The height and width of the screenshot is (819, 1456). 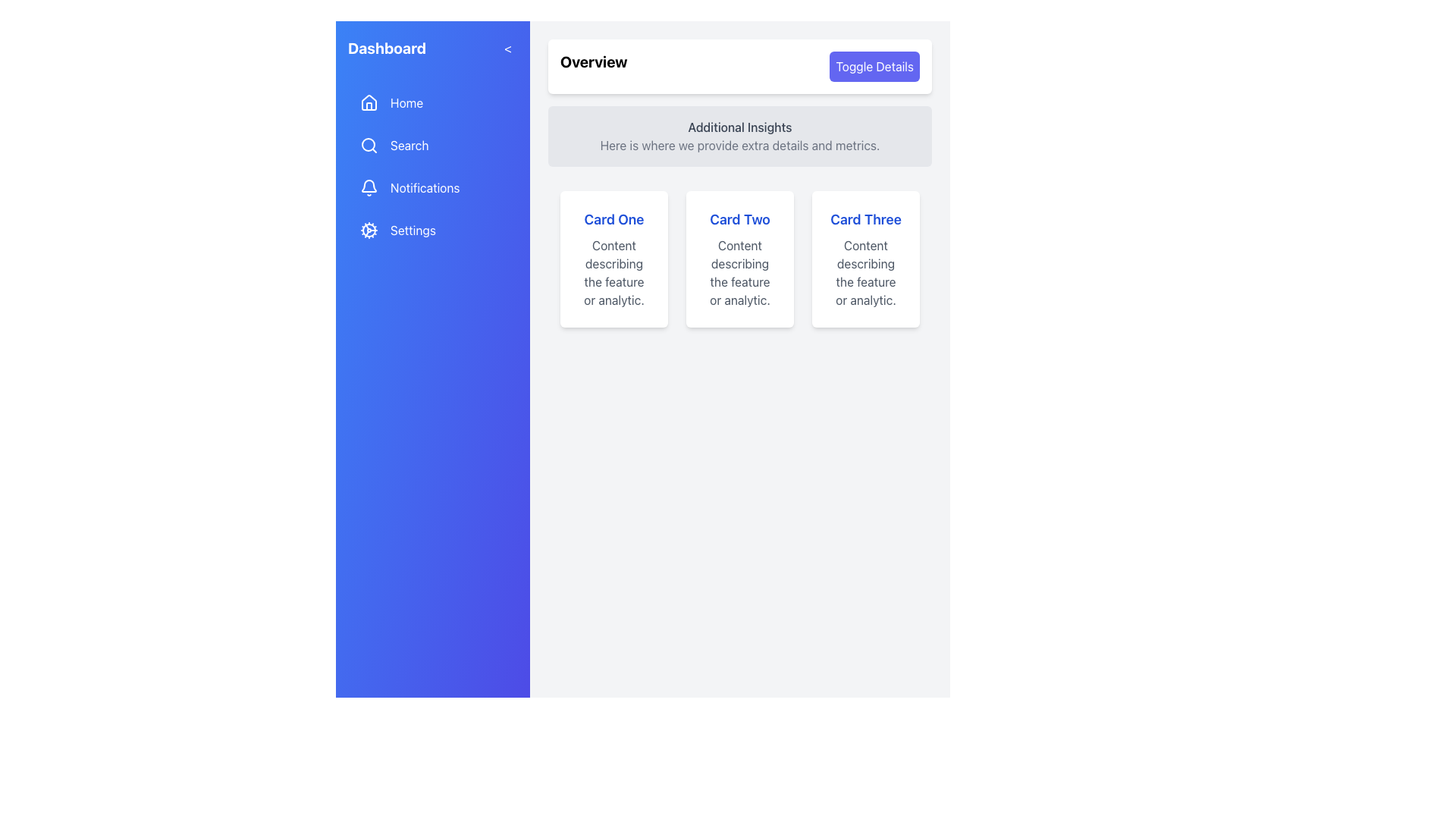 I want to click on the first card located below the 'Overview' section in the interface, which displays a title and descriptive content related to features or analytics, so click(x=614, y=259).